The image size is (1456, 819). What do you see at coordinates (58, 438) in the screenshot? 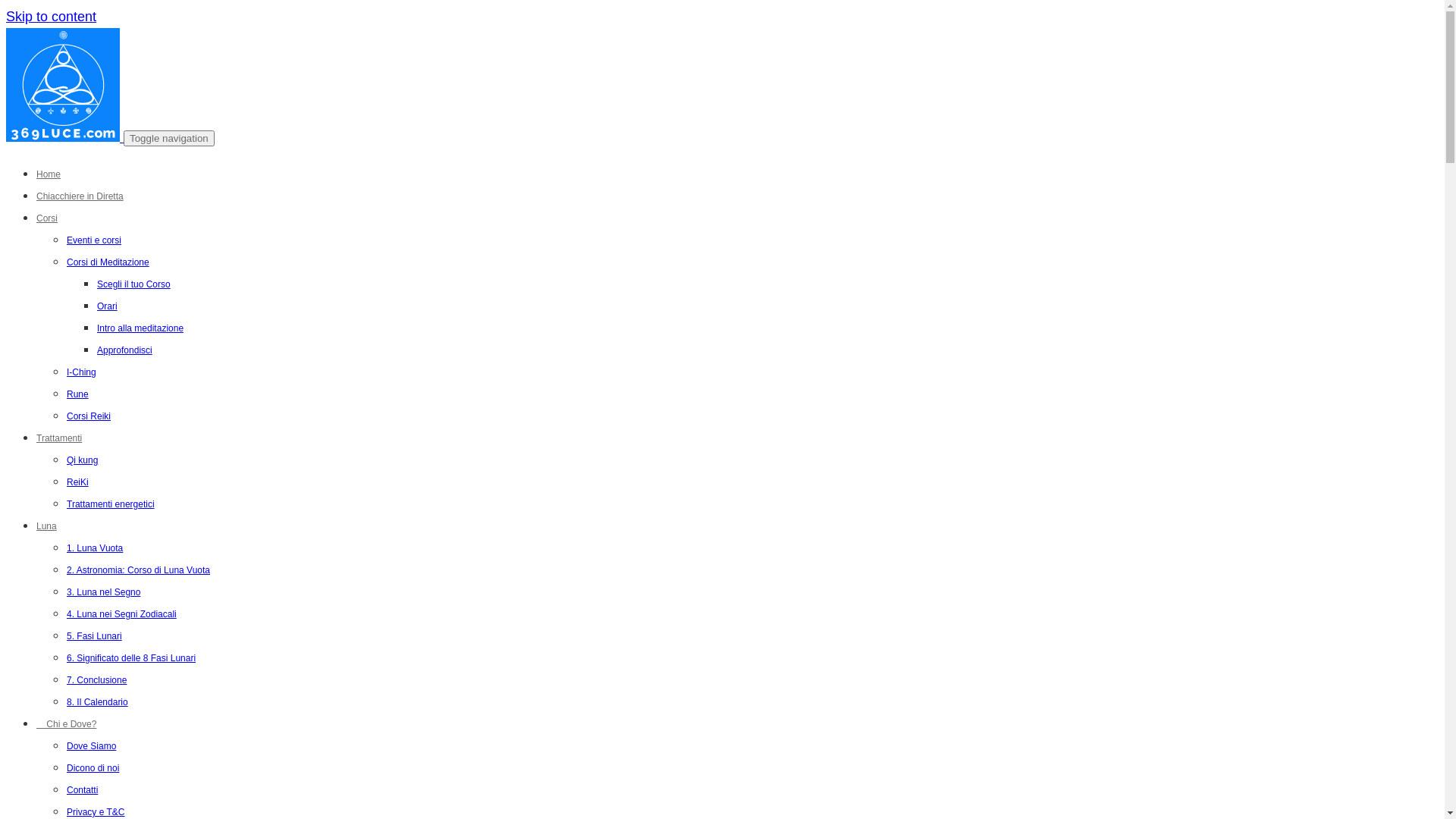
I see `'Trattamenti'` at bounding box center [58, 438].